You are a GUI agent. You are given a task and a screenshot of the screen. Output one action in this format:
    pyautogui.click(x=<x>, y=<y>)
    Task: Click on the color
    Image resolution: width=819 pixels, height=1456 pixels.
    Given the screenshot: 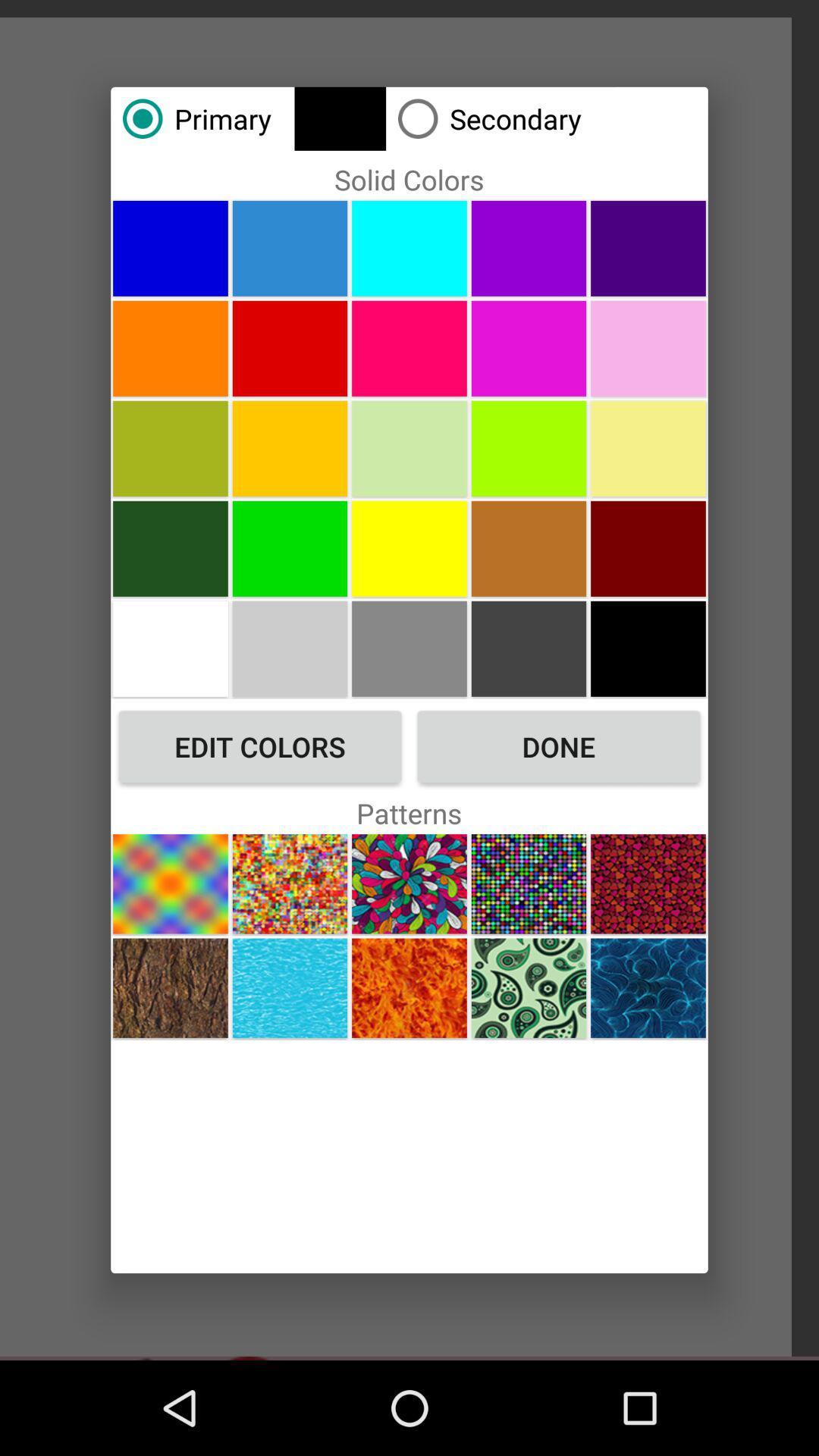 What is the action you would take?
    pyautogui.click(x=290, y=648)
    